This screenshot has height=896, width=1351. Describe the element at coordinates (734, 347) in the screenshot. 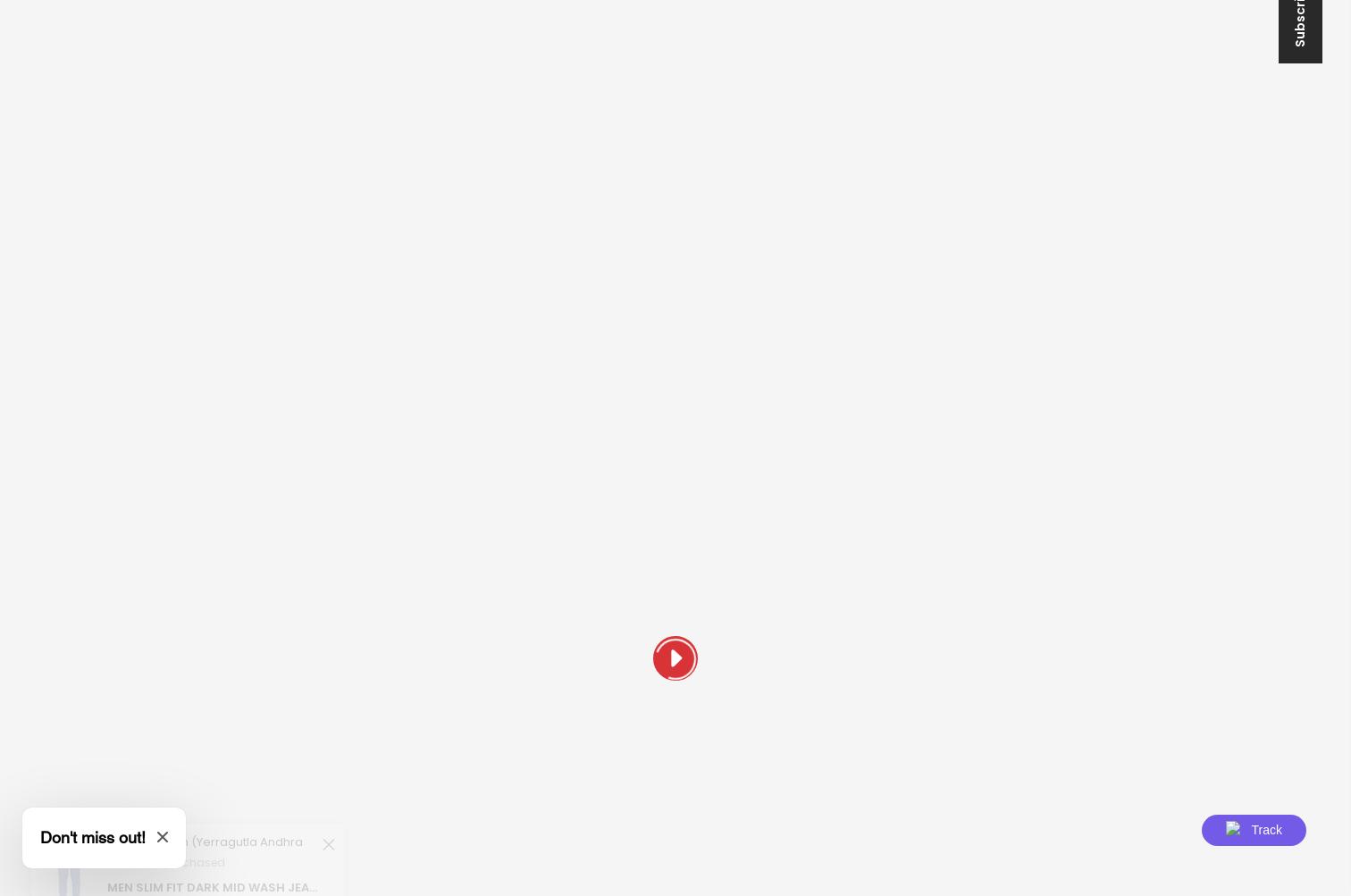

I see `'Order Status'` at that location.